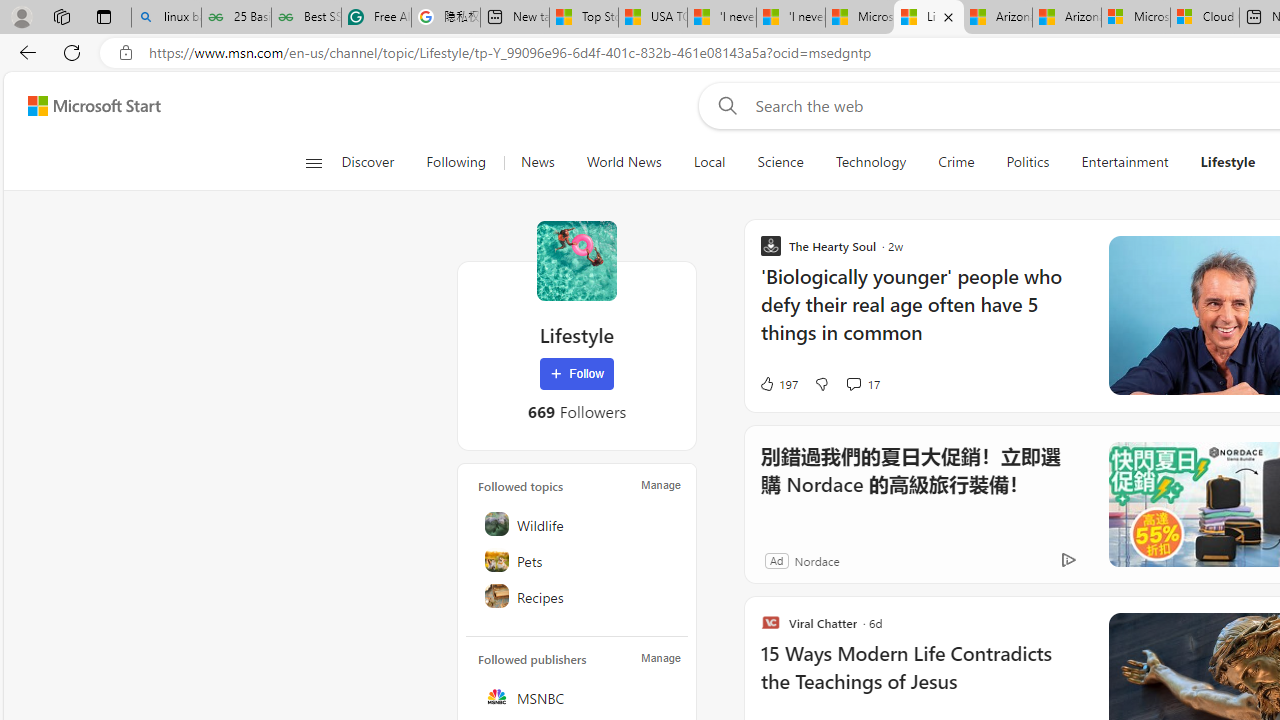 The width and height of the screenshot is (1280, 720). I want to click on 'Refresh', so click(72, 51).